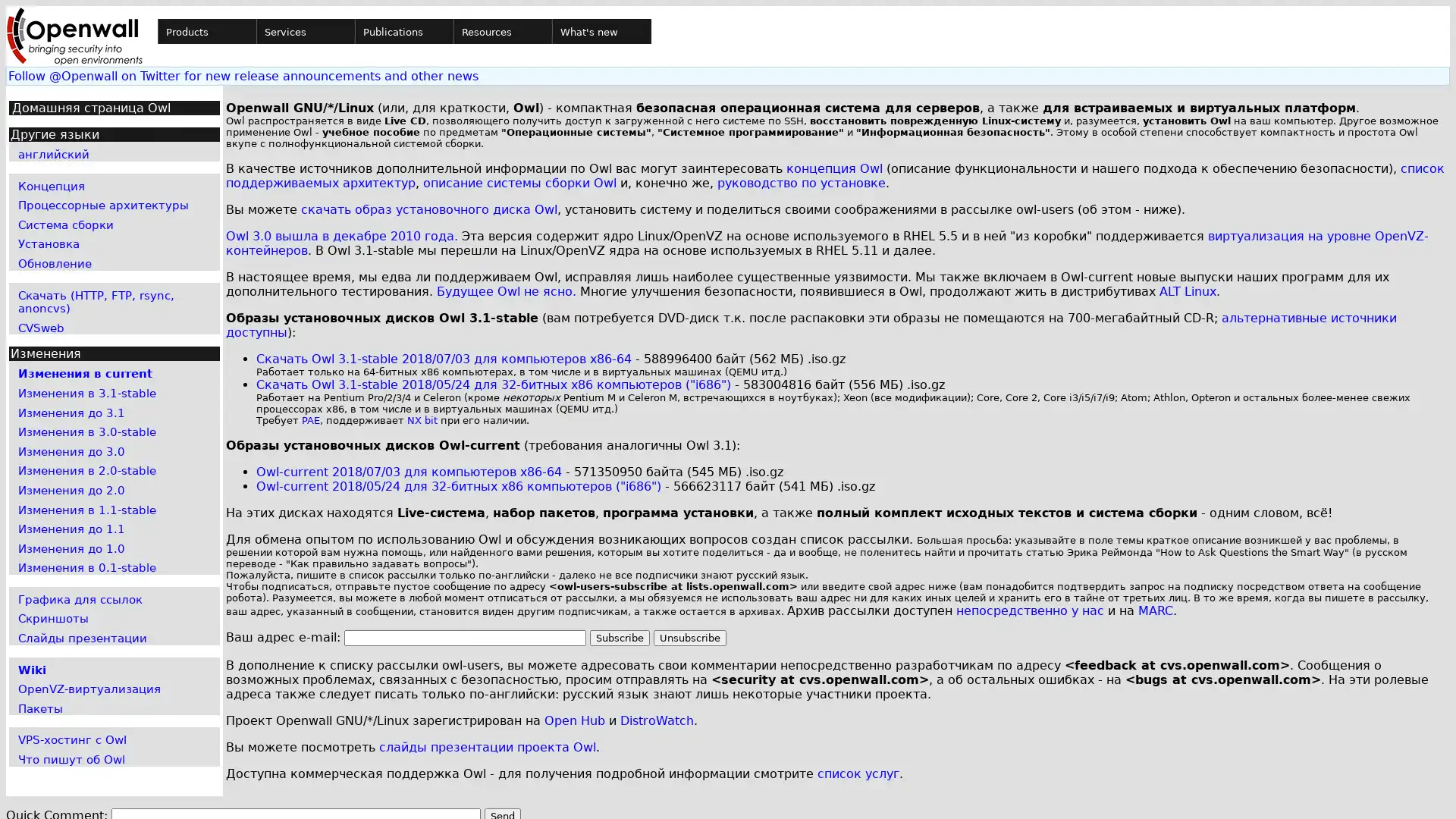 The width and height of the screenshot is (1456, 819). What do you see at coordinates (619, 638) in the screenshot?
I see `Subscribe` at bounding box center [619, 638].